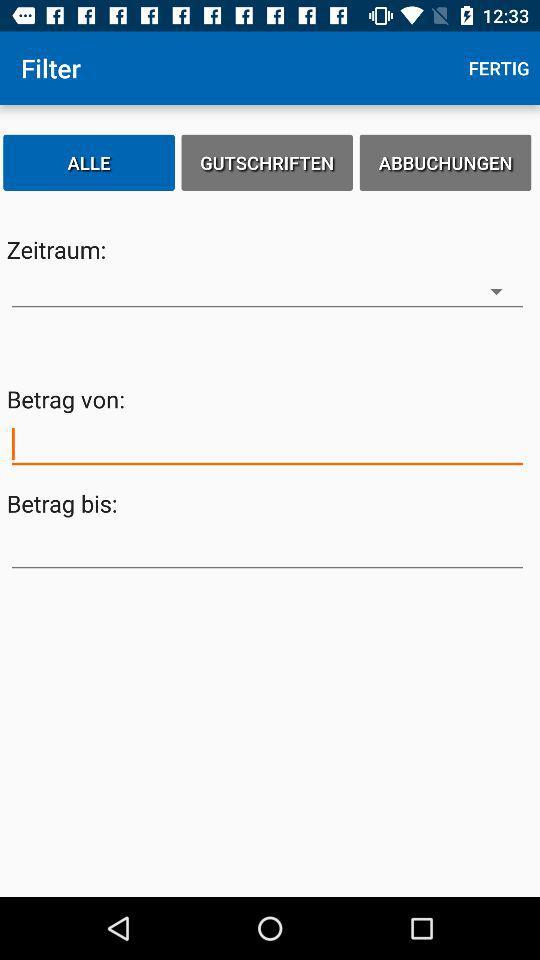 This screenshot has width=540, height=960. Describe the element at coordinates (445, 161) in the screenshot. I see `the abbuchungen icon` at that location.